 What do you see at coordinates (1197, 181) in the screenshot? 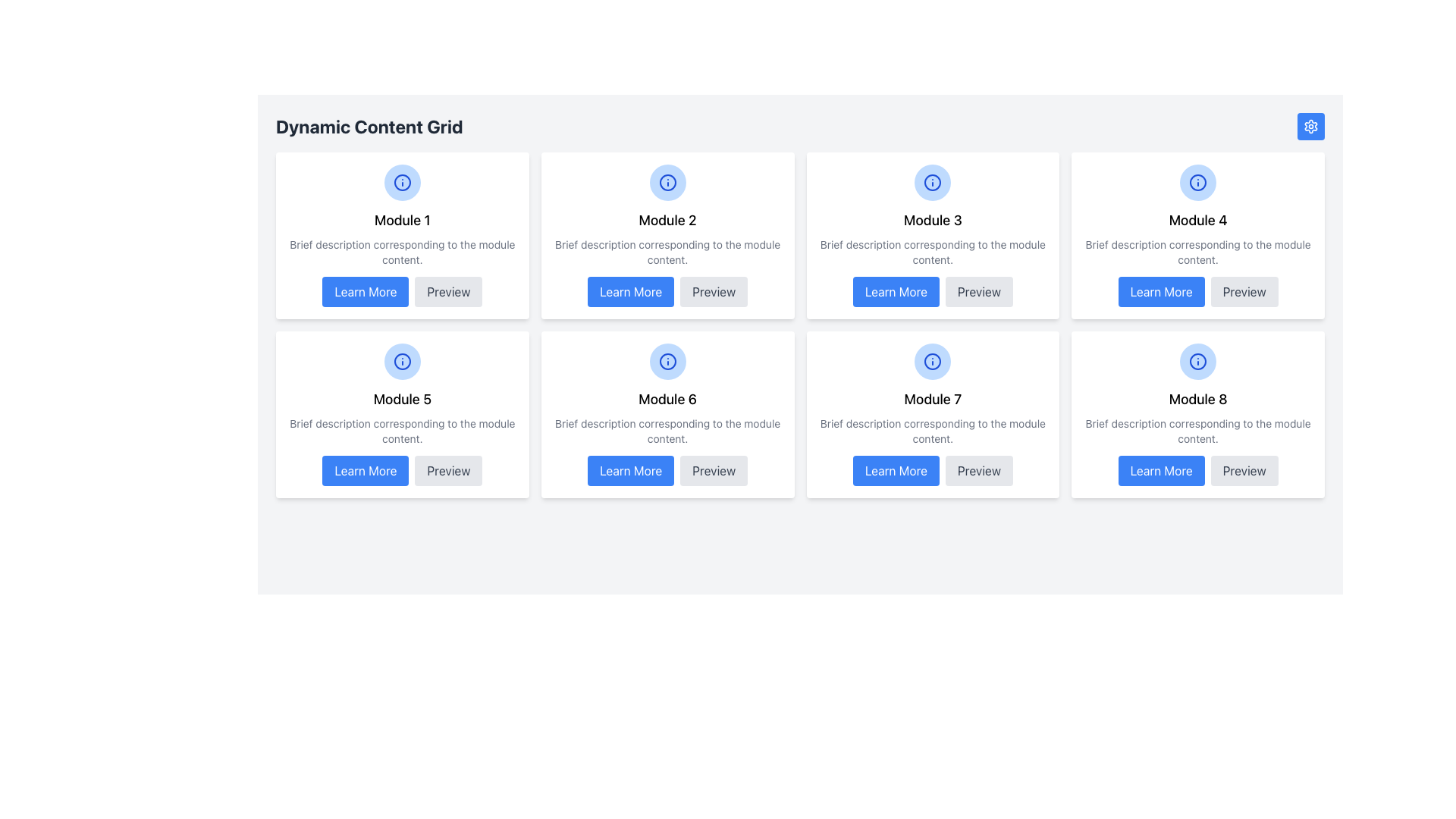
I see `the informational icon located at the center-top of the 'Module 4' card` at bounding box center [1197, 181].